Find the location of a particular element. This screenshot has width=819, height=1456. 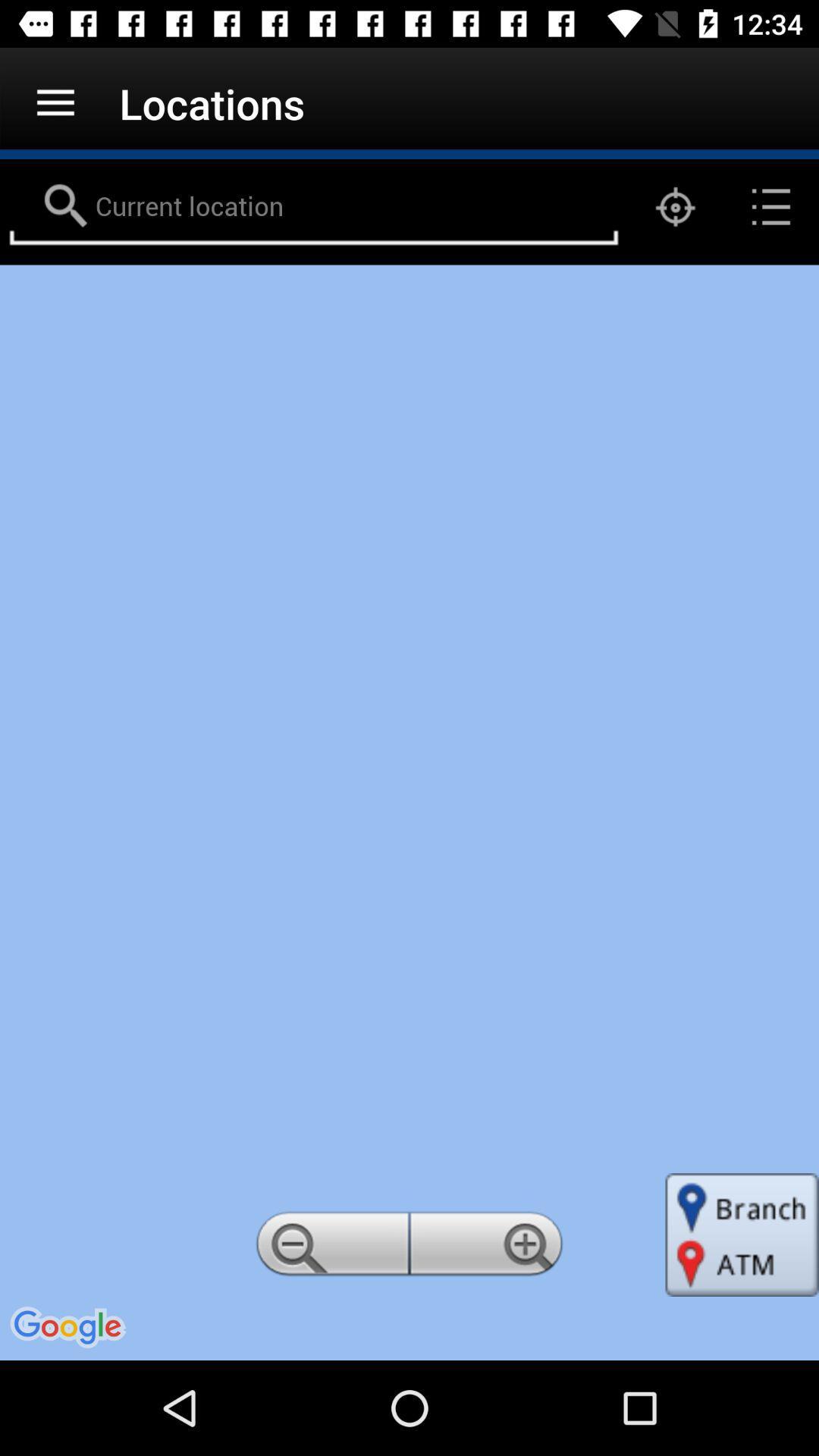

the app next to the locations is located at coordinates (55, 102).